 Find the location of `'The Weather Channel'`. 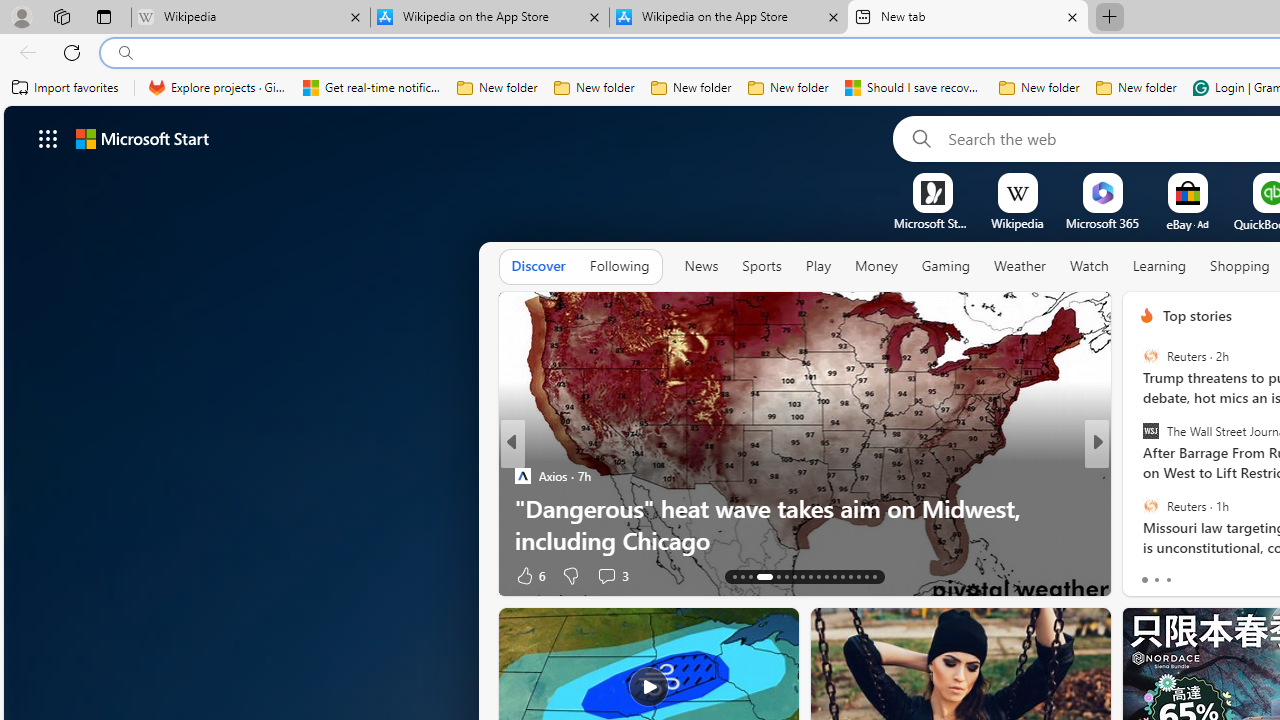

'The Weather Channel' is located at coordinates (1138, 475).